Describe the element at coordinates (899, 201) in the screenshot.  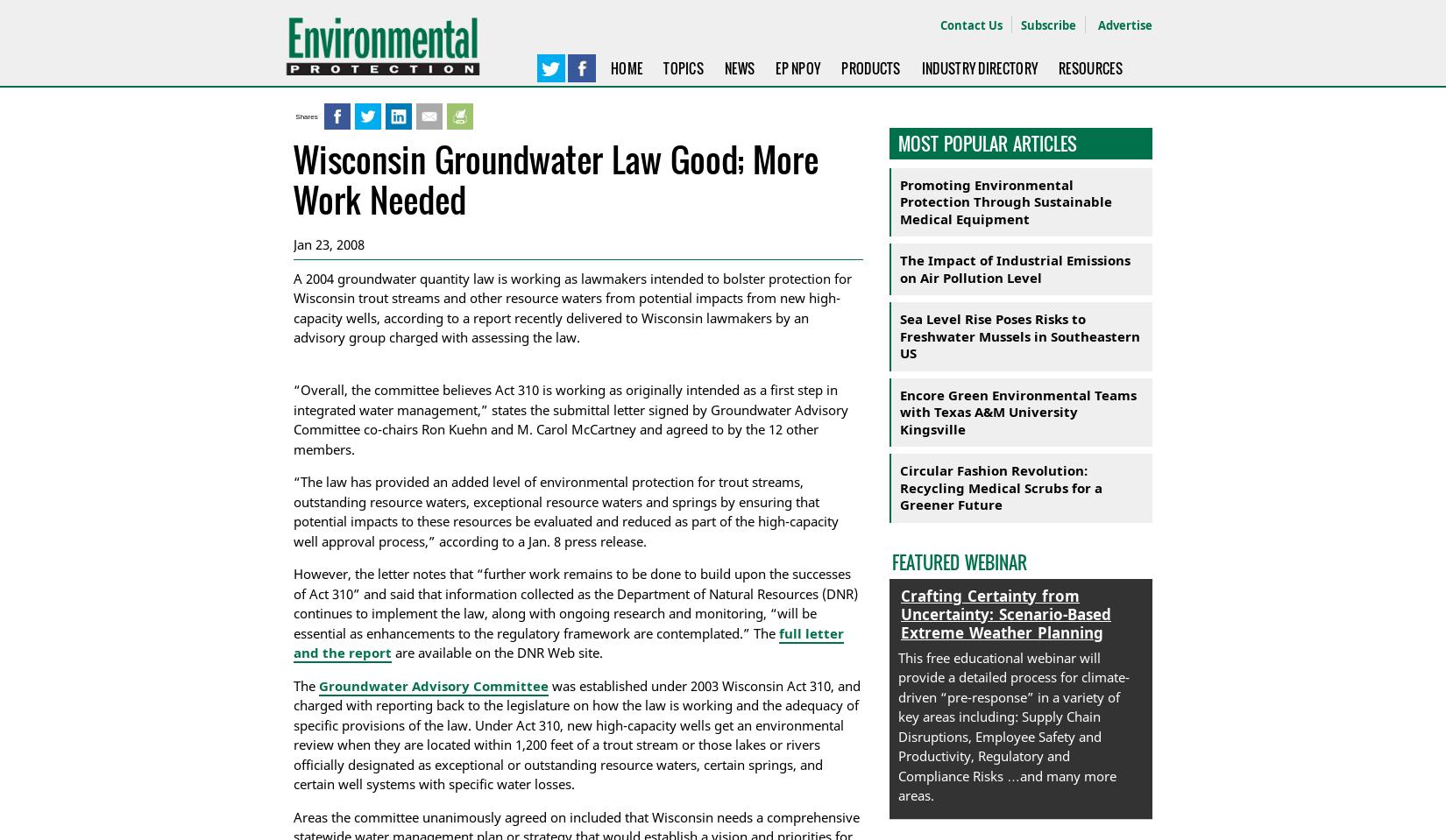
I see `'Promoting Environmental Protection Through Sustainable Medical Equipment'` at that location.